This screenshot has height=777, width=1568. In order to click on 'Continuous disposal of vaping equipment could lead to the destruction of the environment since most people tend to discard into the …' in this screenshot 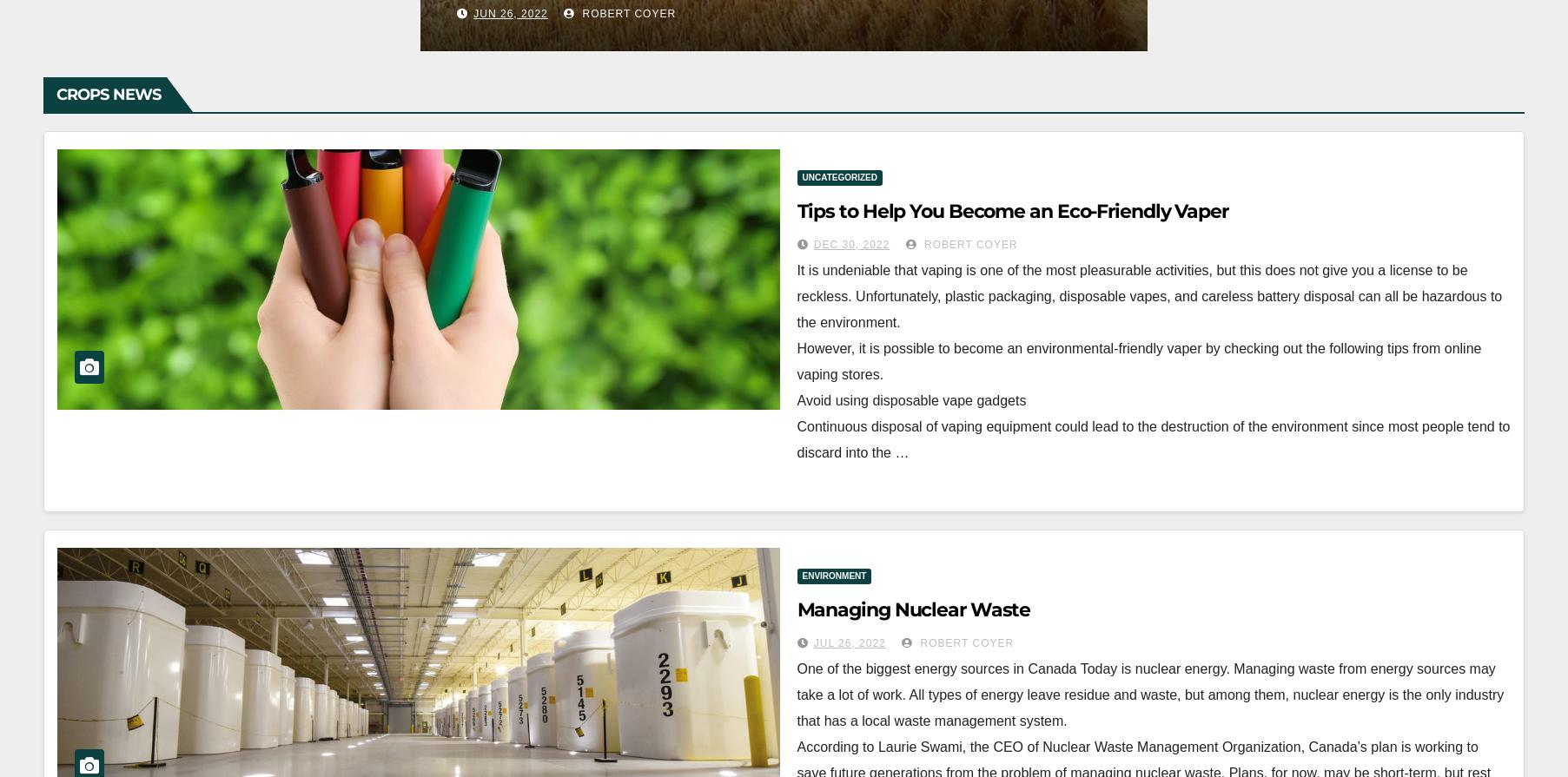, I will do `click(796, 438)`.